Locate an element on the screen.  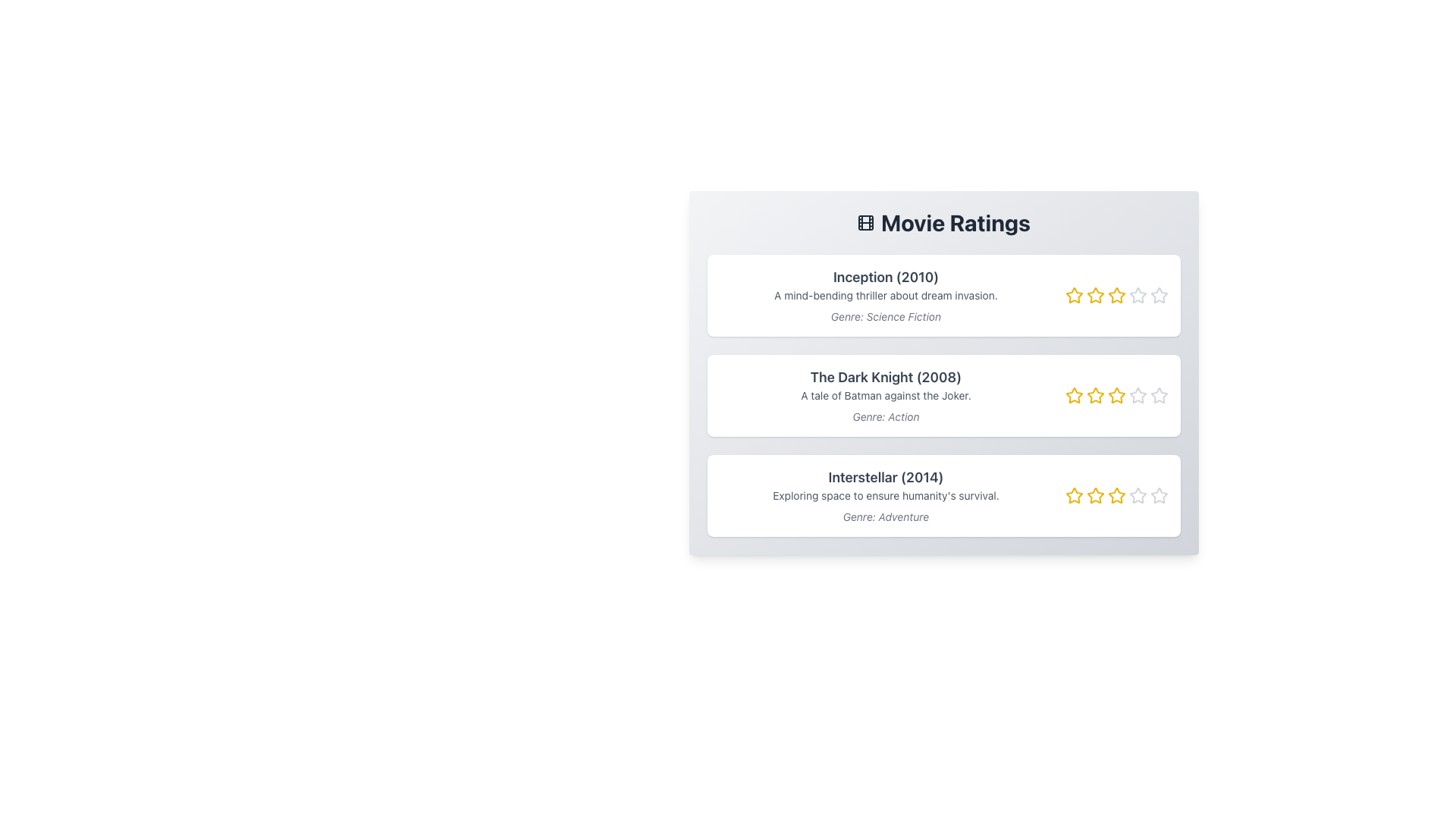
text label displaying 'Genre: Science Fiction' which is styled in a small, italic font and is located below the movie description for 'Inception (2010)' is located at coordinates (886, 315).